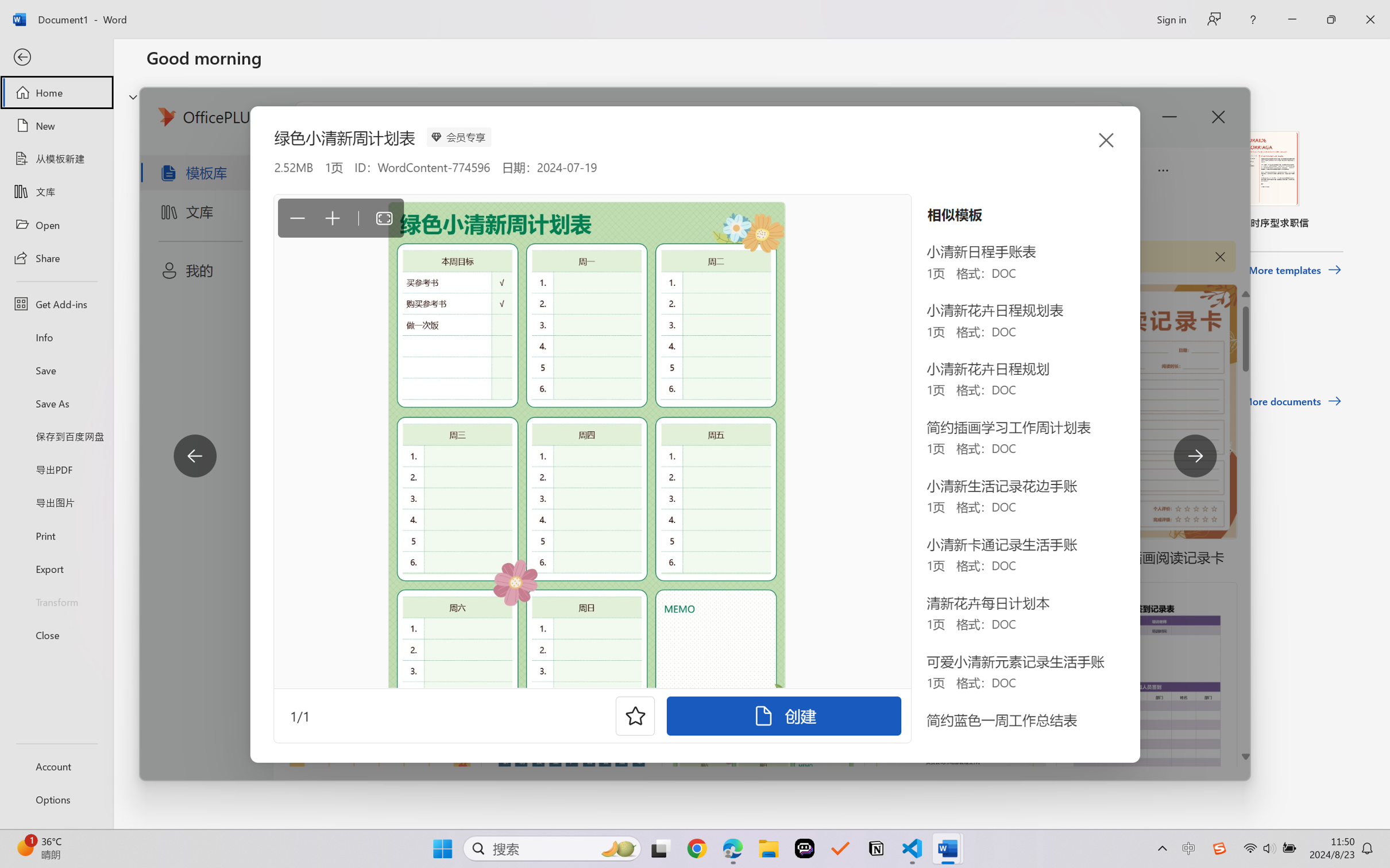  Describe the element at coordinates (56, 799) in the screenshot. I see `'Options'` at that location.